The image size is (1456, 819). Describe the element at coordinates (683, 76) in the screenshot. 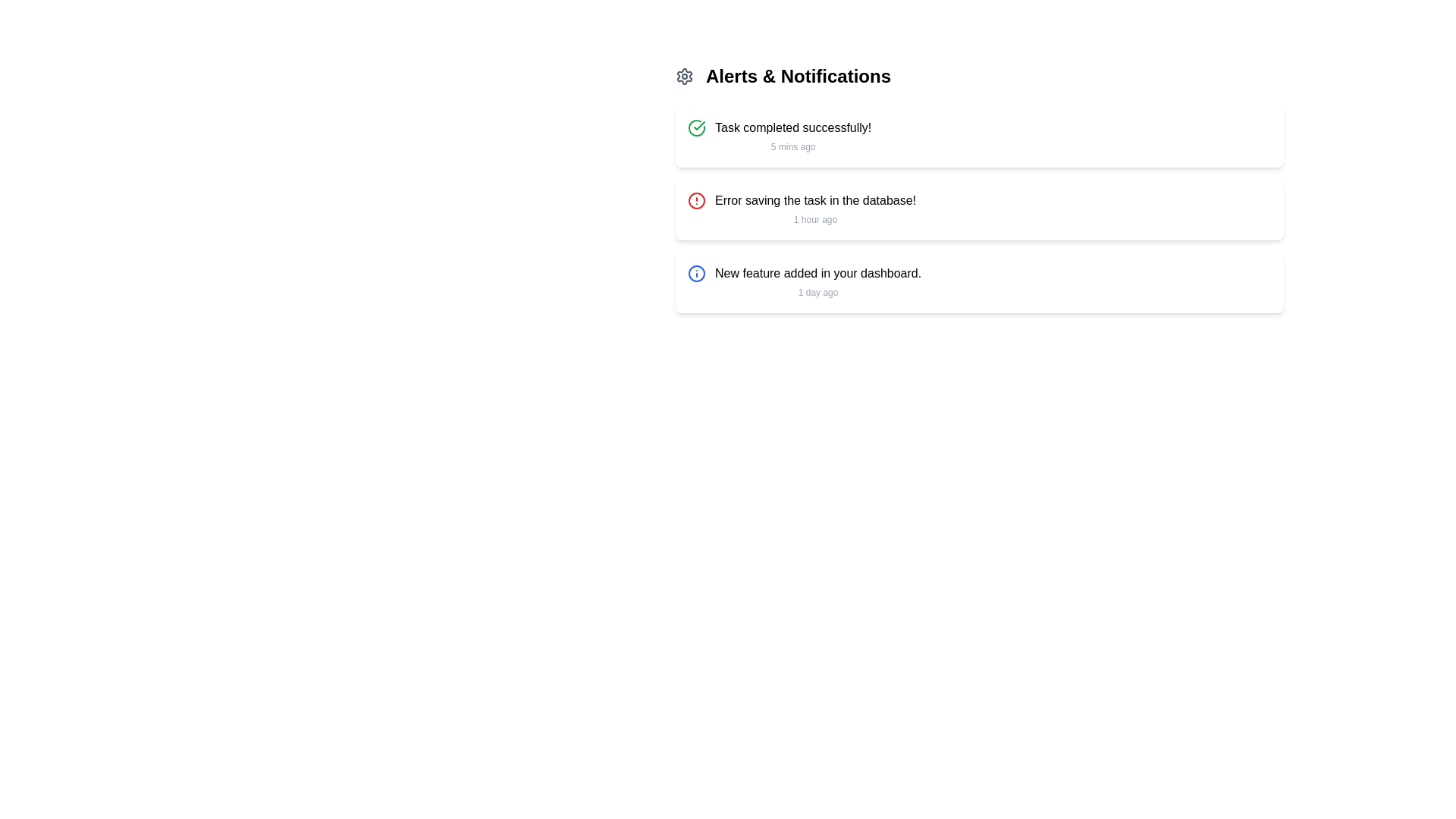

I see `the settings icon located to the left of the 'Alerts & Notifications' heading` at that location.